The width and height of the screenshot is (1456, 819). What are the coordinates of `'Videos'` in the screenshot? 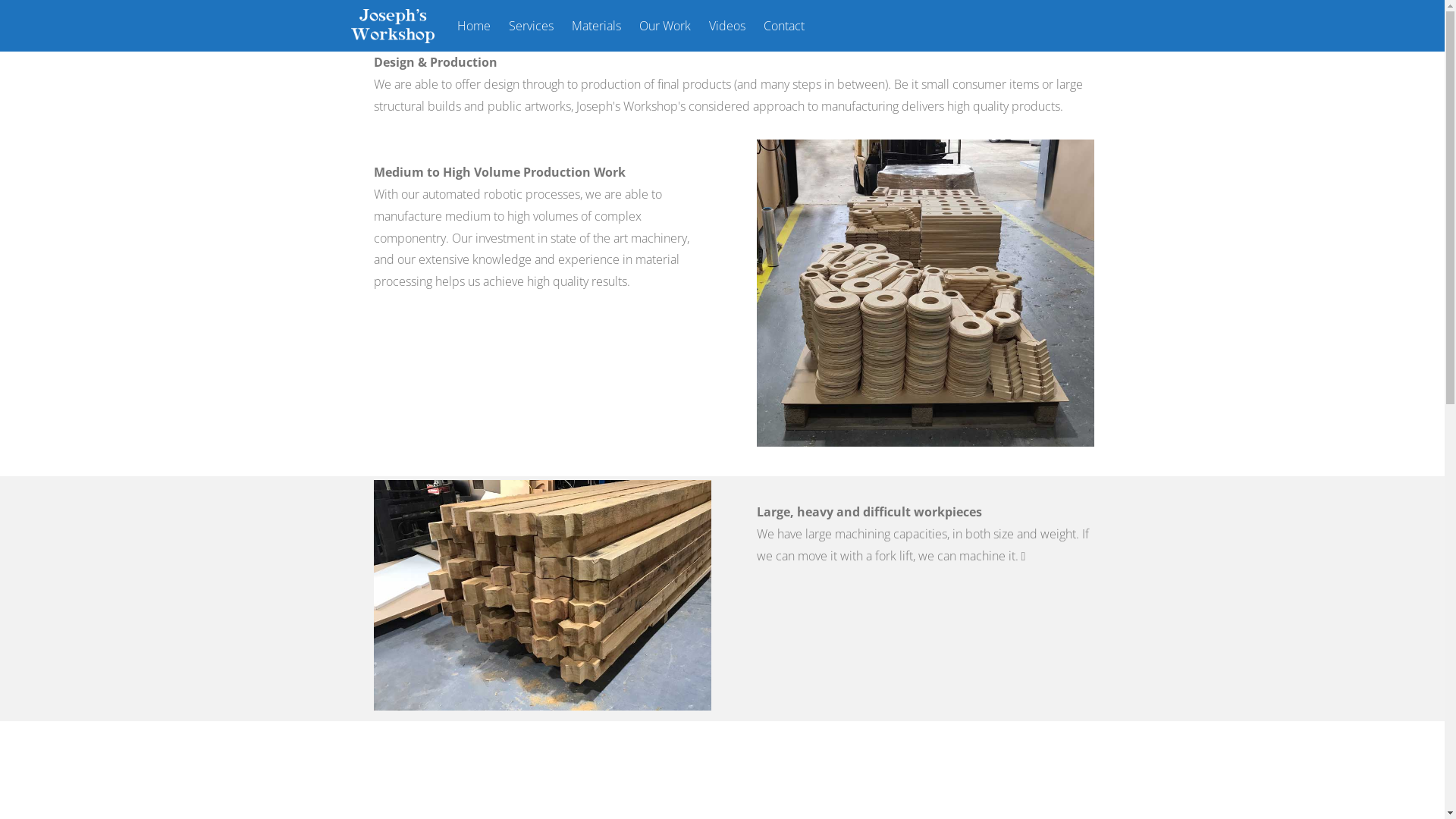 It's located at (726, 26).